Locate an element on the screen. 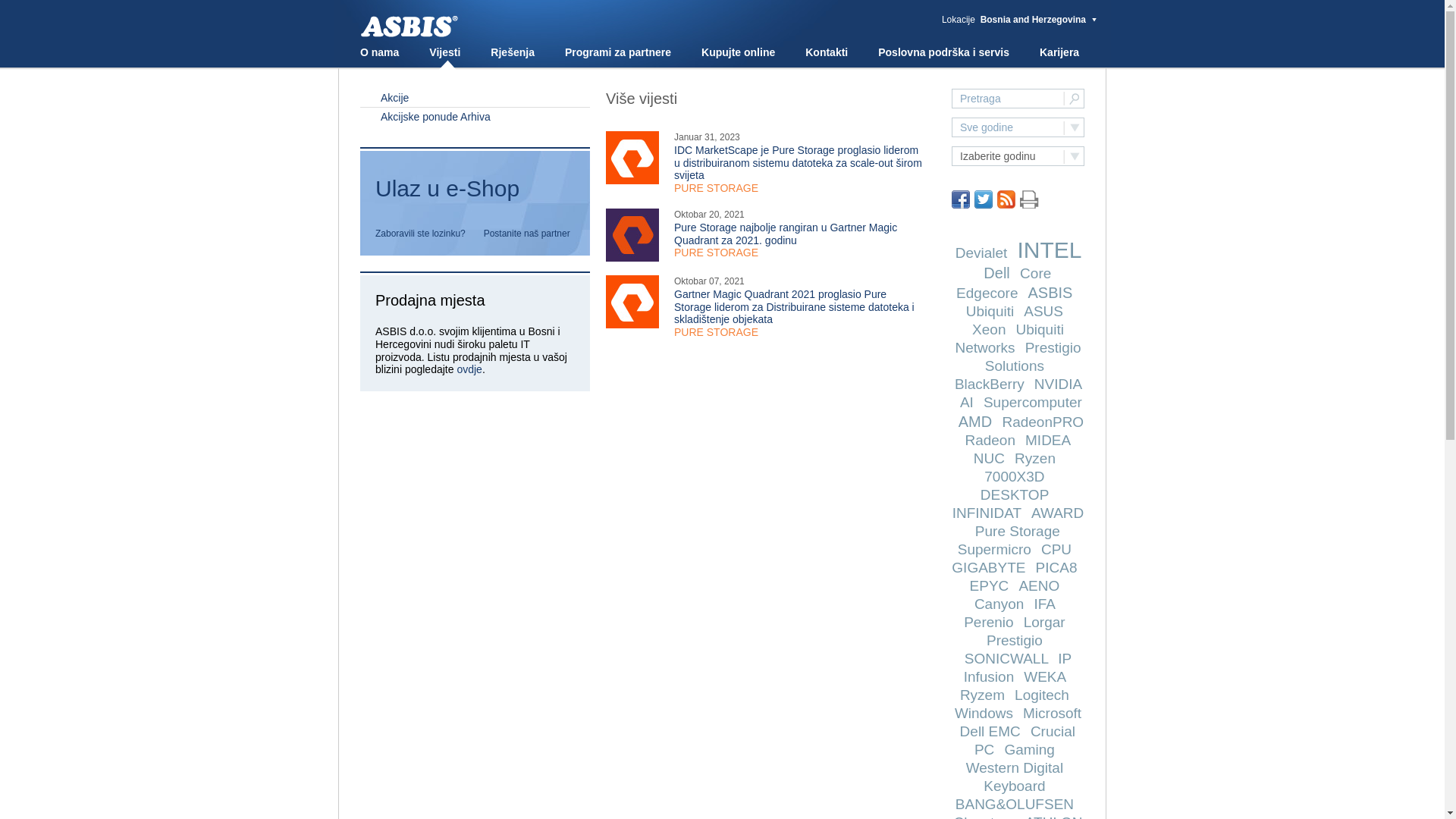 The height and width of the screenshot is (819, 1456). 'AWARD' is located at coordinates (1056, 512).